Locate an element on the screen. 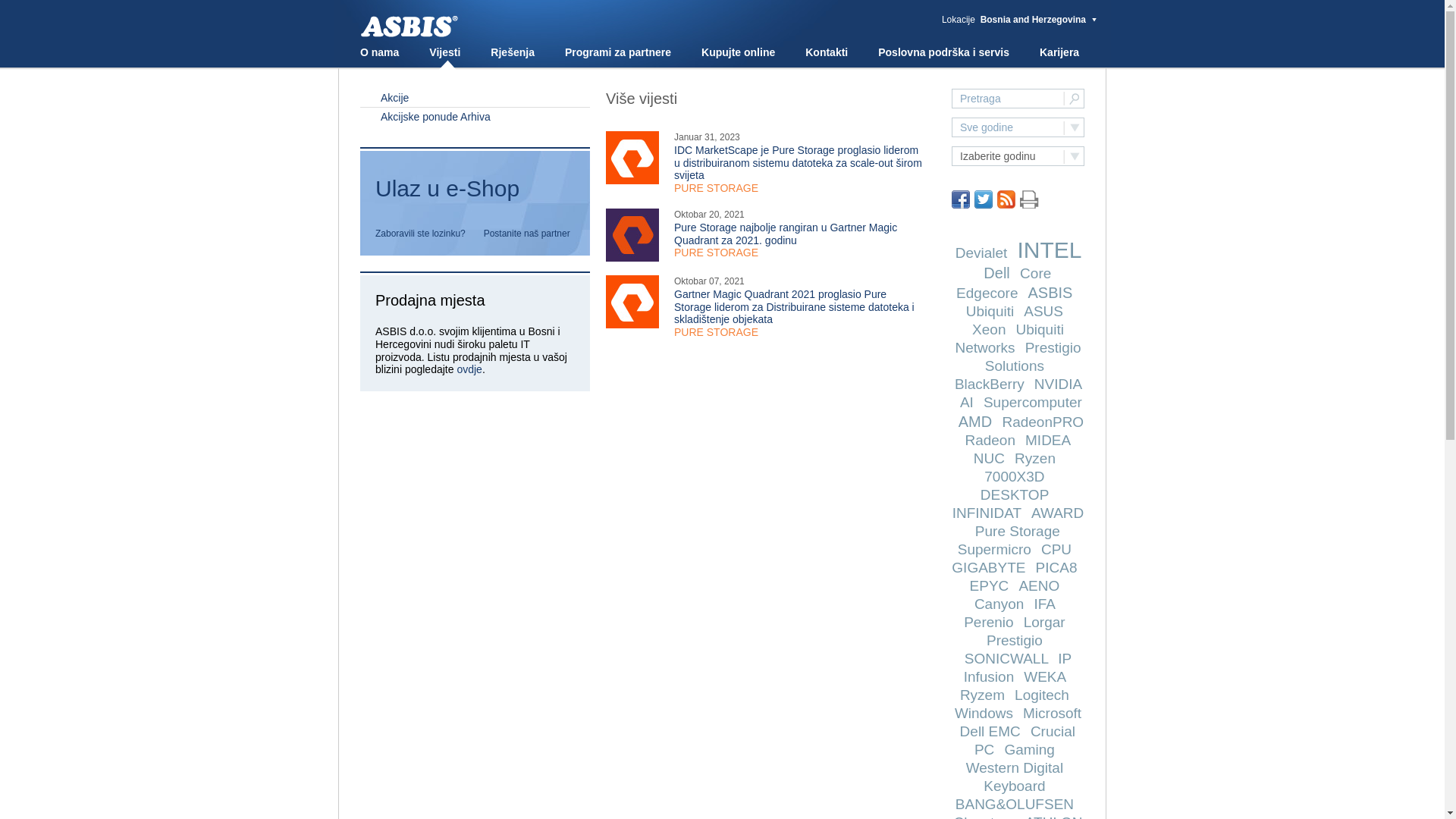 The height and width of the screenshot is (819, 1456). 'AWARD' is located at coordinates (1056, 512).